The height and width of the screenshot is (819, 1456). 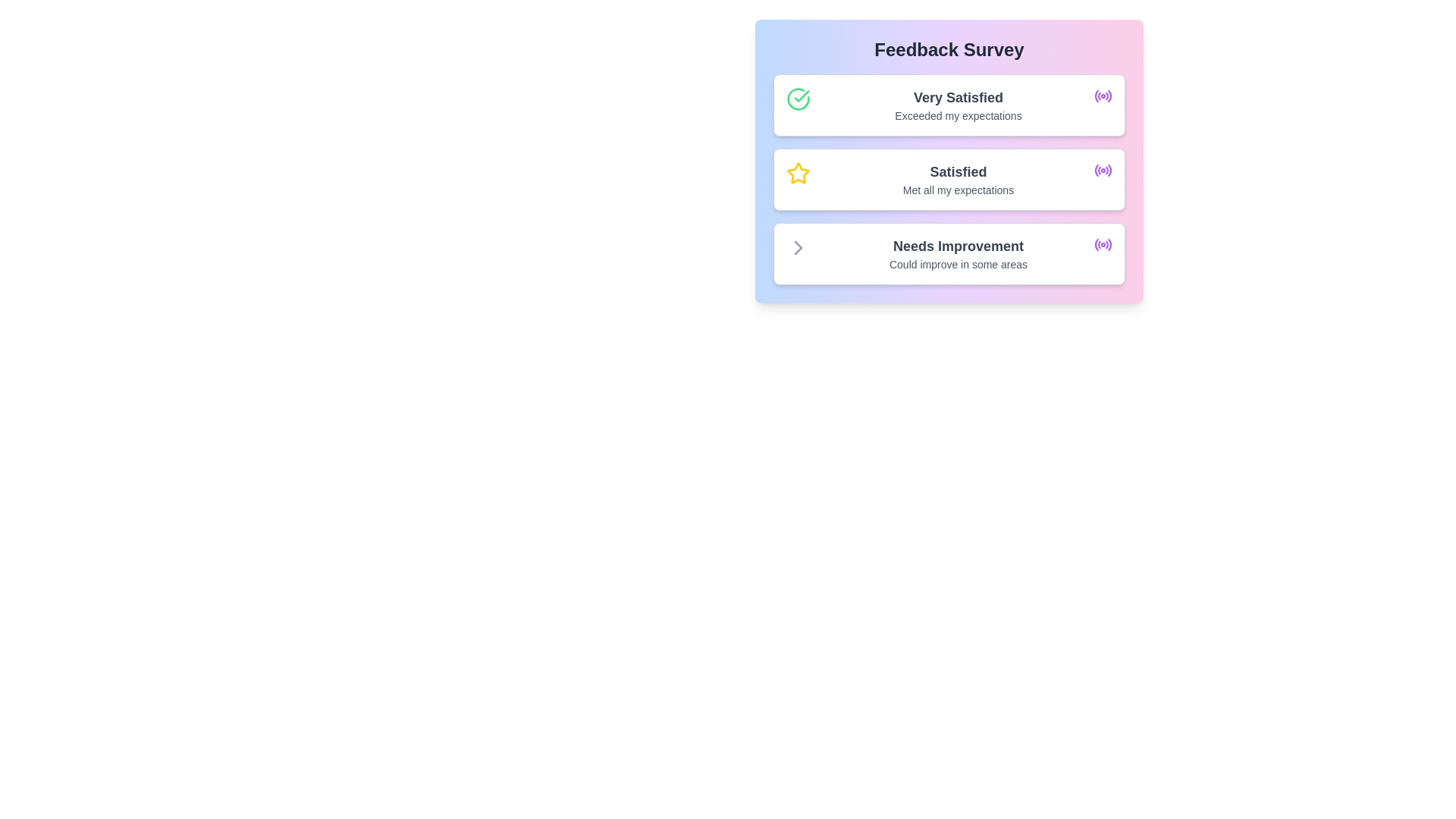 What do you see at coordinates (1103, 244) in the screenshot?
I see `the 'Needs Improvement' icon located in the third row of the feedback survey card, positioned at the far right` at bounding box center [1103, 244].